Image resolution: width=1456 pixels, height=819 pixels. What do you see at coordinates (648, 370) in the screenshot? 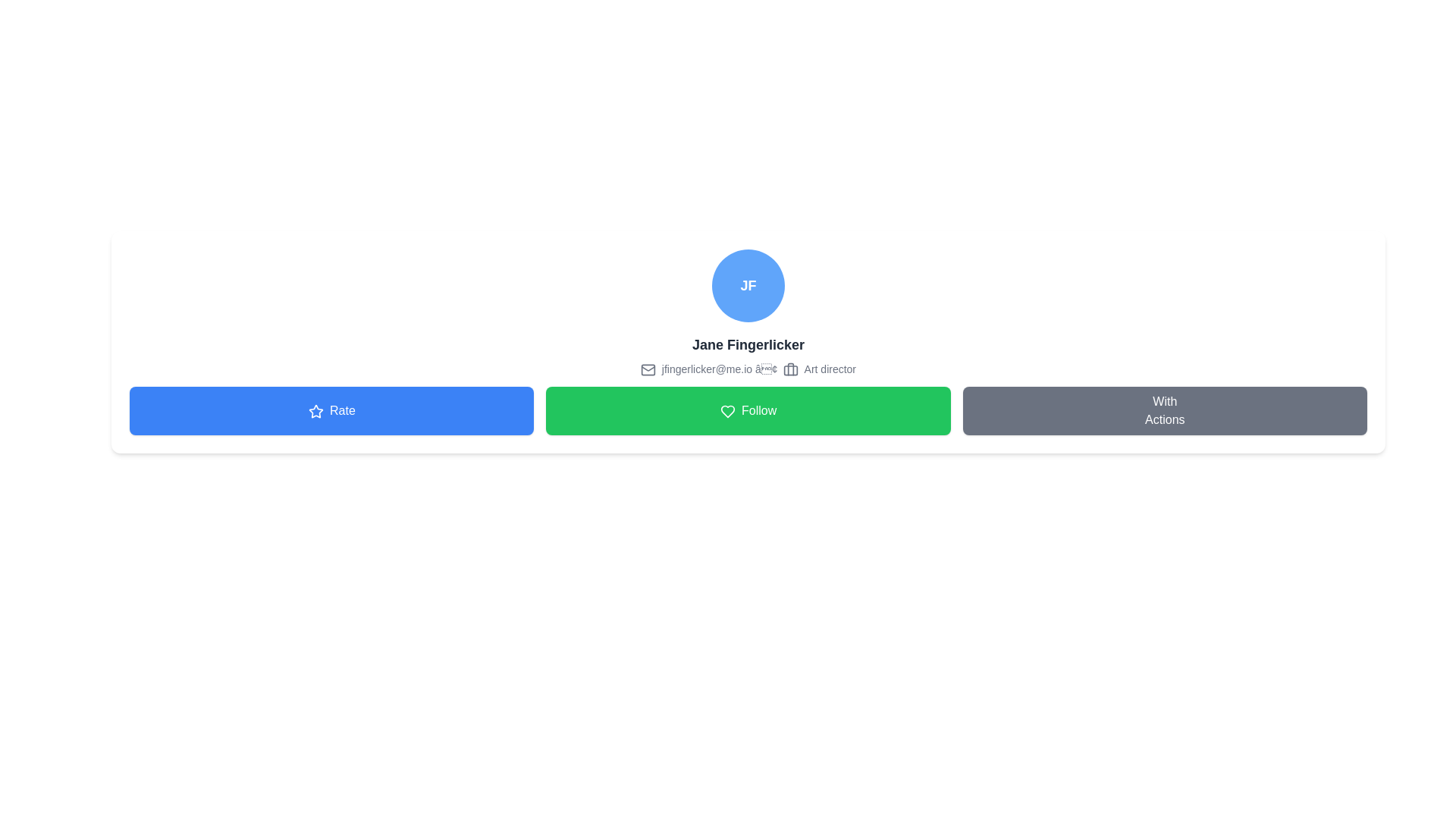
I see `the email icon located slightly to the left of the email address 'jfingerlicker@me.io' in the user profile section` at bounding box center [648, 370].